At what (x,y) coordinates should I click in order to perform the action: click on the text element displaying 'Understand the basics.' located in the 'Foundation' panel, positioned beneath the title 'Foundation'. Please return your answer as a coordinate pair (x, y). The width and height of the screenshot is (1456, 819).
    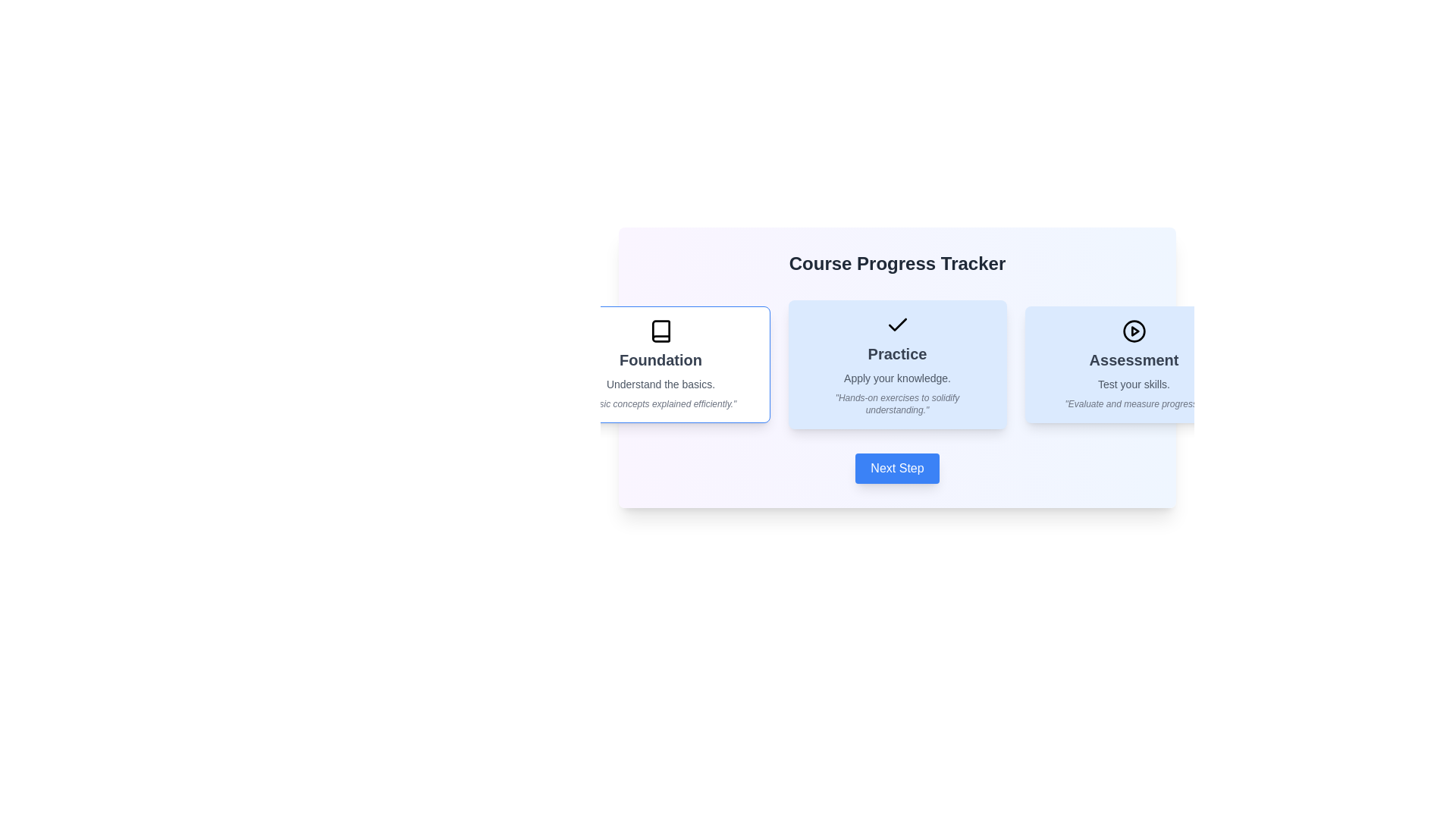
    Looking at the image, I should click on (661, 383).